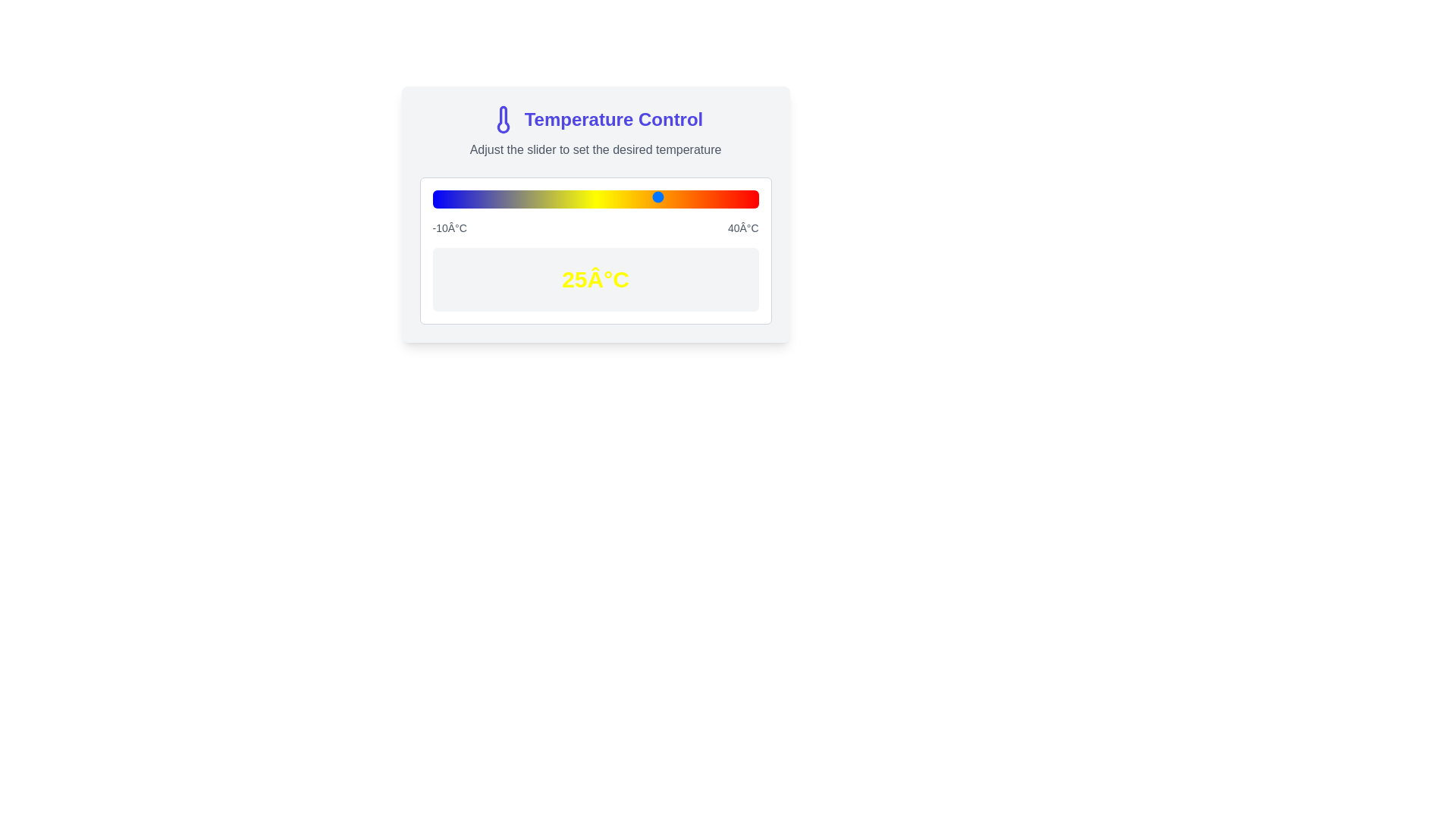  I want to click on the slider to set the temperature to 24°C, so click(654, 196).